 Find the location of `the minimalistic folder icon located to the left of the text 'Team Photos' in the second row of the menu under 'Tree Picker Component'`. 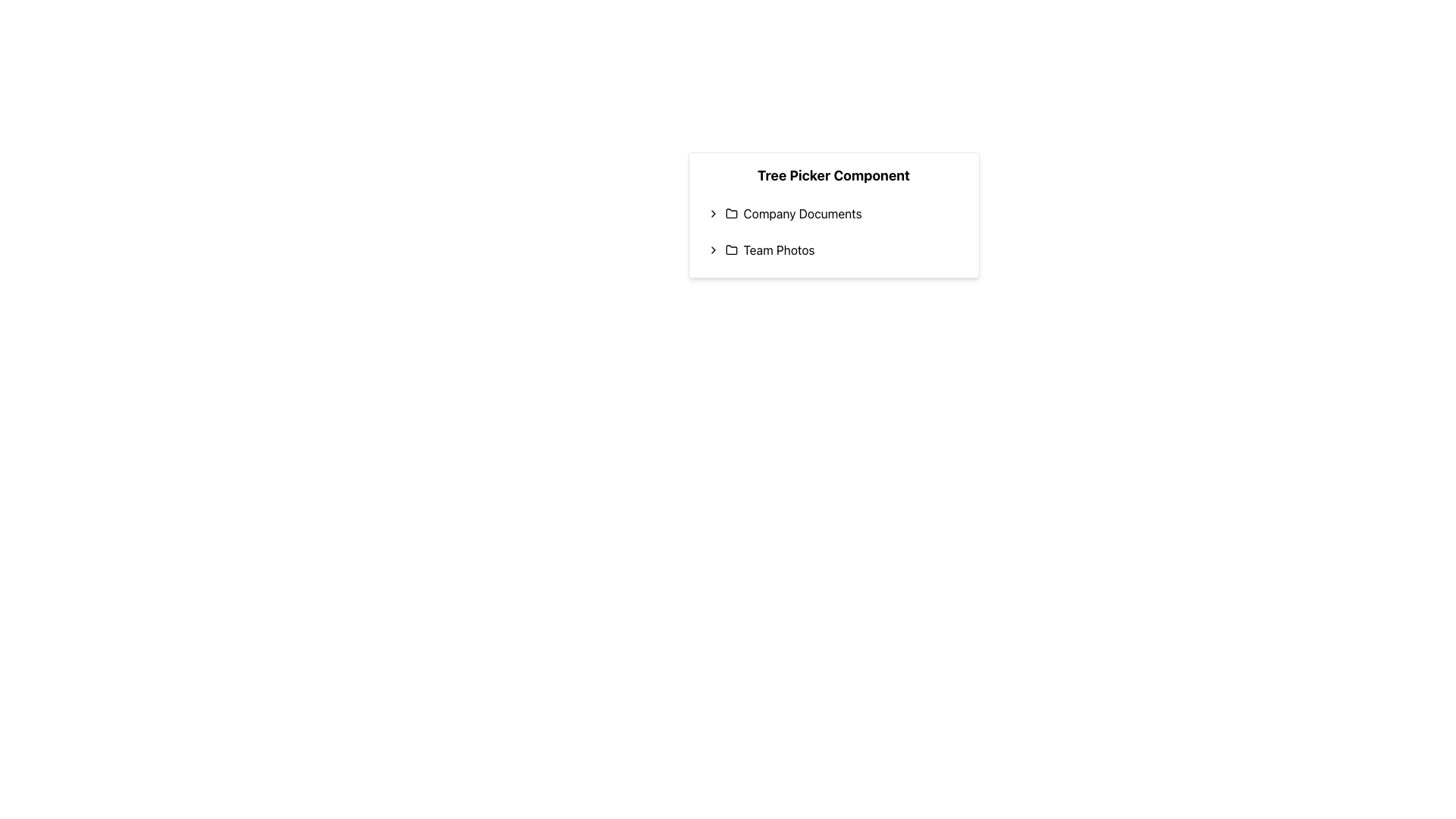

the minimalistic folder icon located to the left of the text 'Team Photos' in the second row of the menu under 'Tree Picker Component' is located at coordinates (731, 249).